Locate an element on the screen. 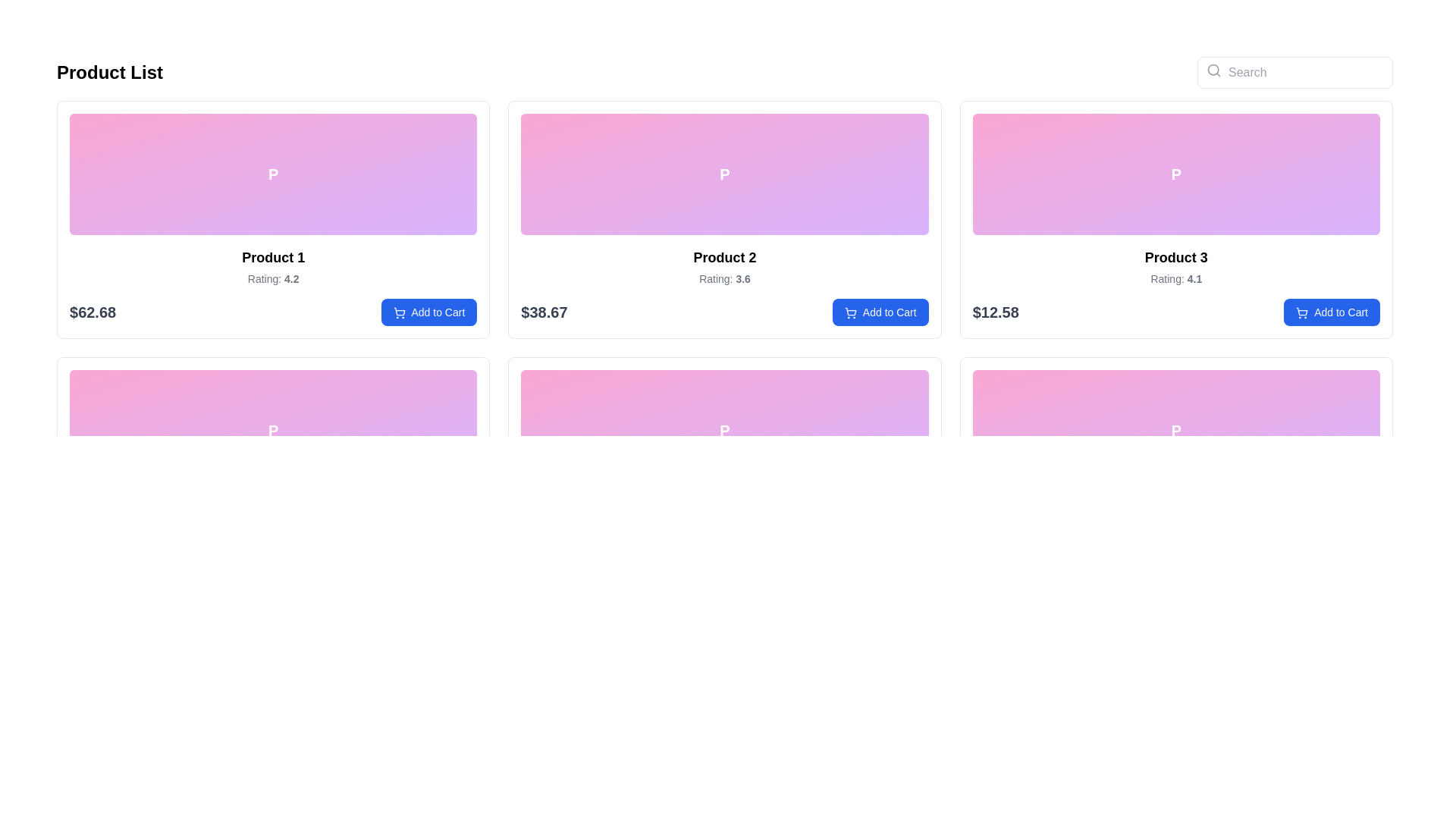 This screenshot has height=819, width=1456. the static text displaying 'Rating: 4.2', which is located under the product title 'Product 1' in the first product card of the grid layout is located at coordinates (273, 278).